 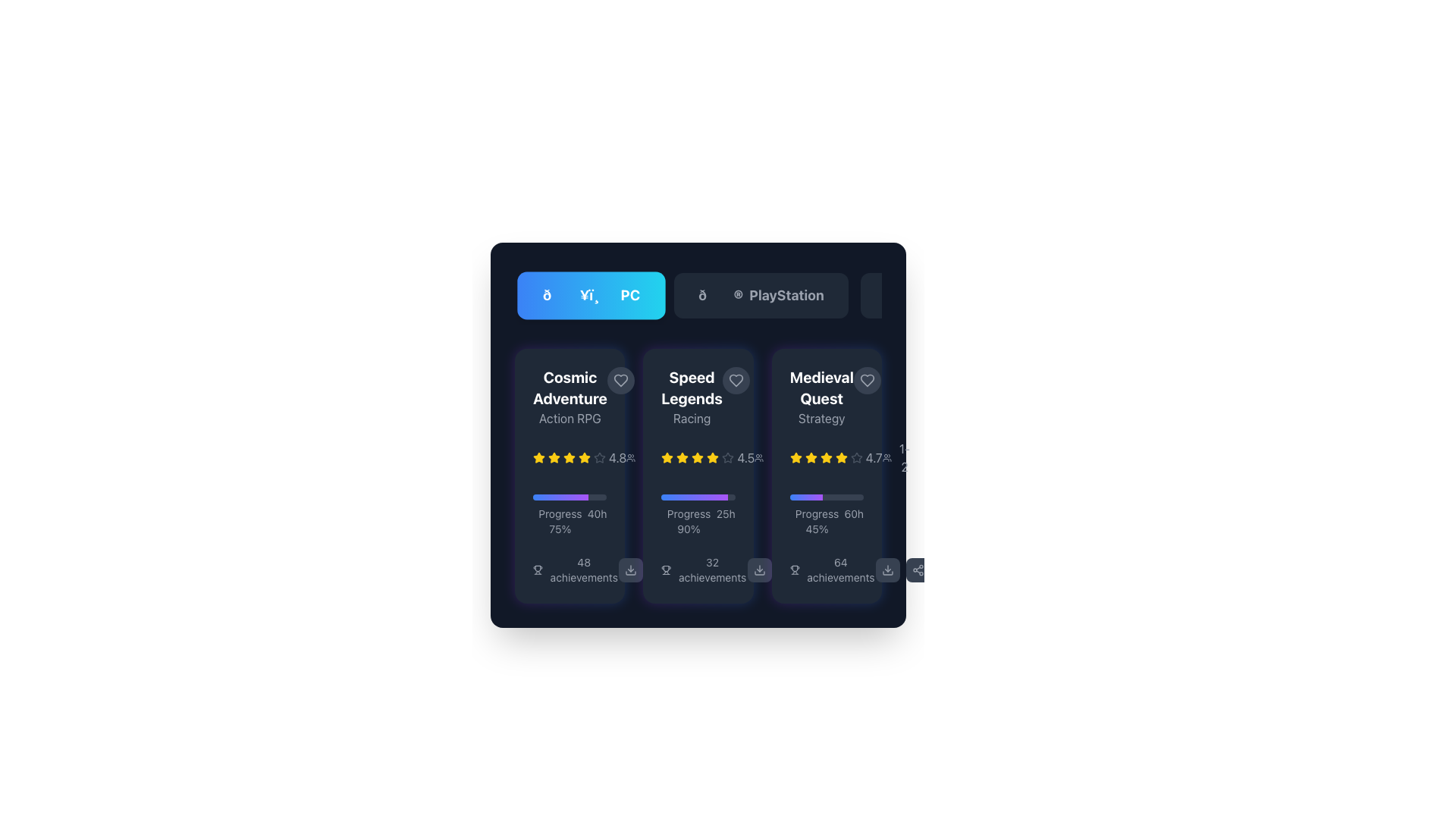 What do you see at coordinates (810, 457) in the screenshot?
I see `the yellow-colored filled star icon representing ratings, which is the second star from the left in the star rating group within the third card from the left` at bounding box center [810, 457].